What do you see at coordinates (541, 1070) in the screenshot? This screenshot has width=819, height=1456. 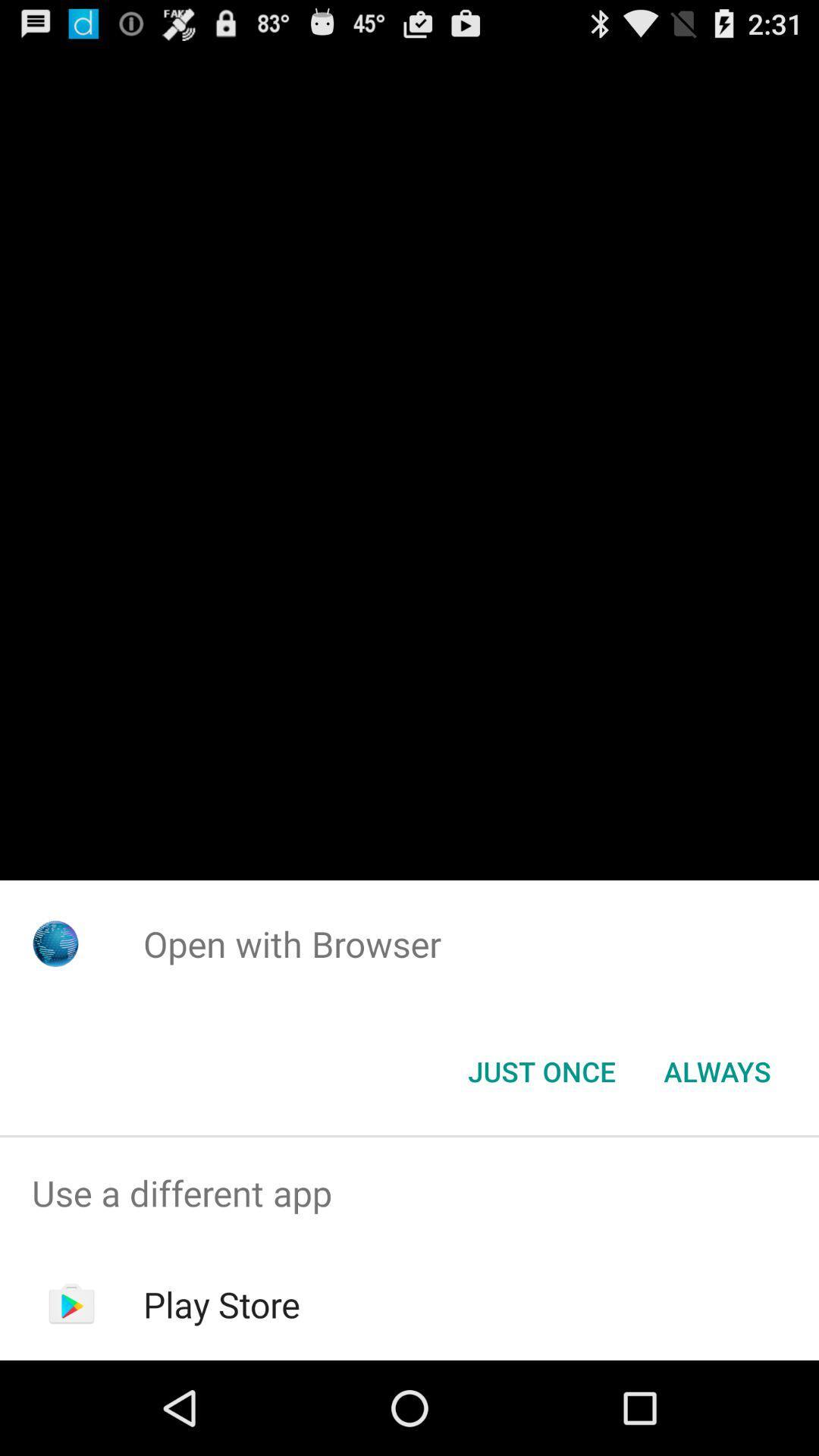 I see `the just once button` at bounding box center [541, 1070].